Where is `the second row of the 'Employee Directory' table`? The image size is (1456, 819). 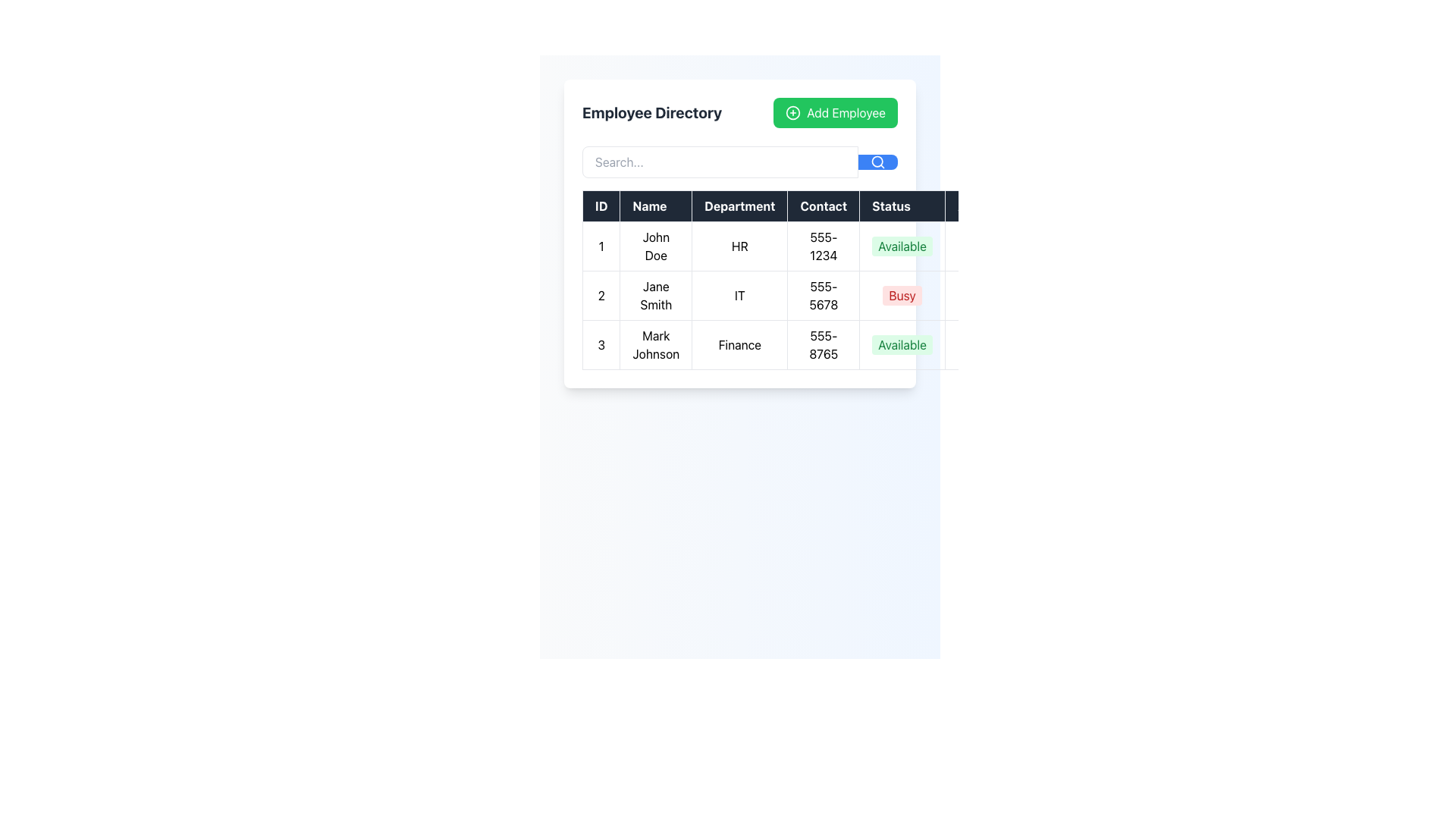 the second row of the 'Employee Directory' table is located at coordinates (798, 295).